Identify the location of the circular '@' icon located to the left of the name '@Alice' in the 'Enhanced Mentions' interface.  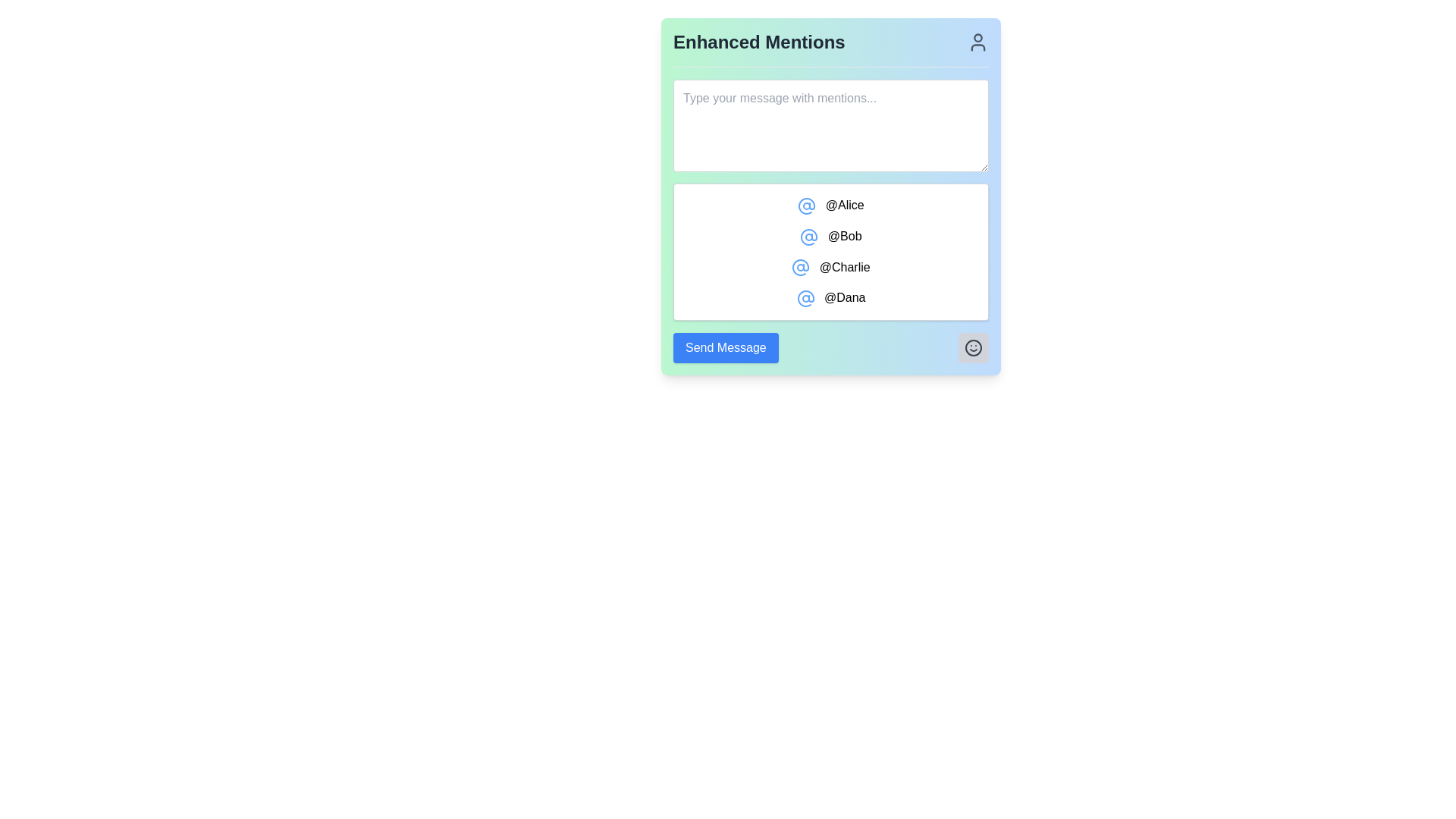
(806, 206).